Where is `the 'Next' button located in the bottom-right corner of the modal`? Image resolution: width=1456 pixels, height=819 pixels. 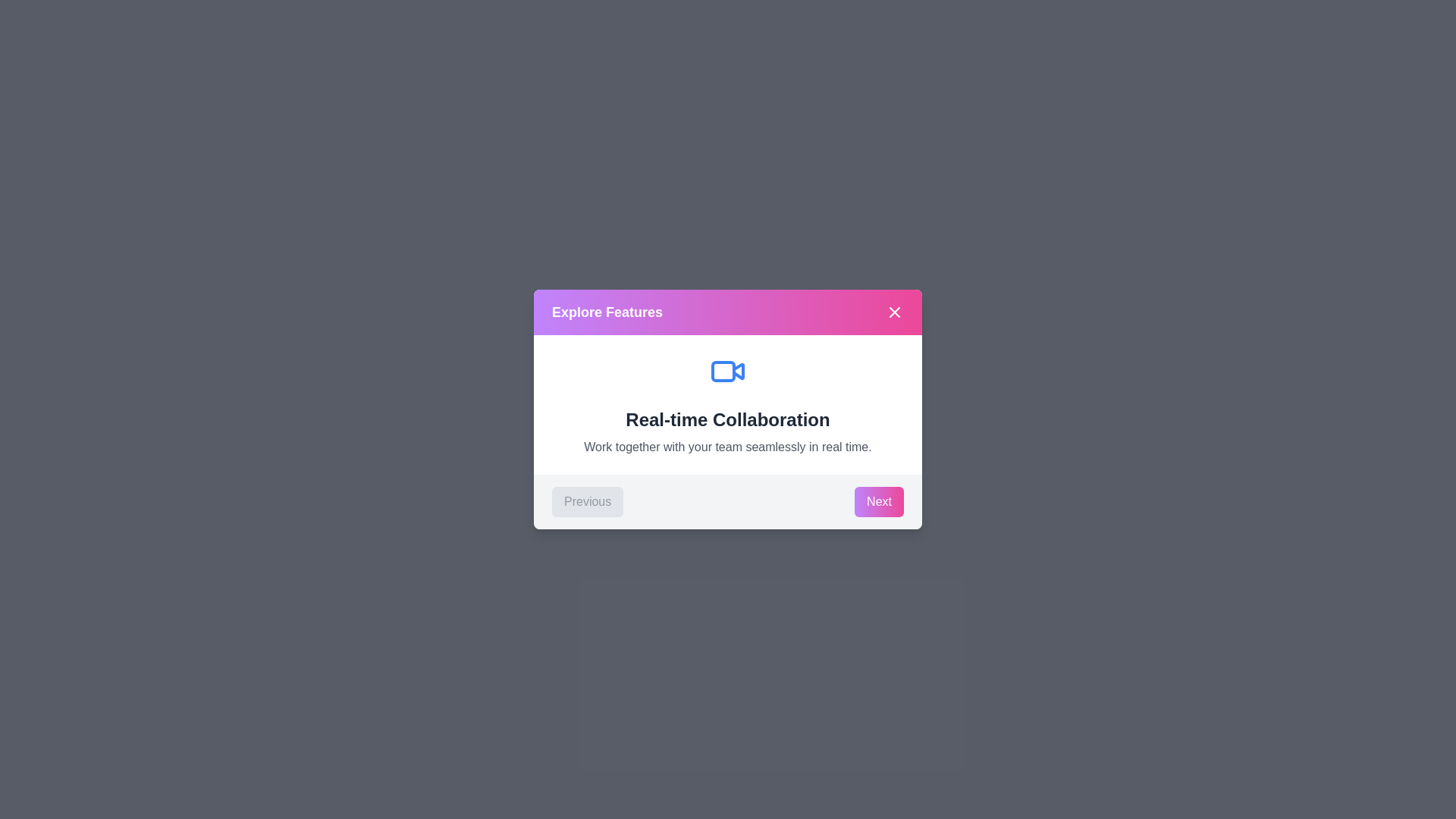
the 'Next' button located in the bottom-right corner of the modal is located at coordinates (879, 502).